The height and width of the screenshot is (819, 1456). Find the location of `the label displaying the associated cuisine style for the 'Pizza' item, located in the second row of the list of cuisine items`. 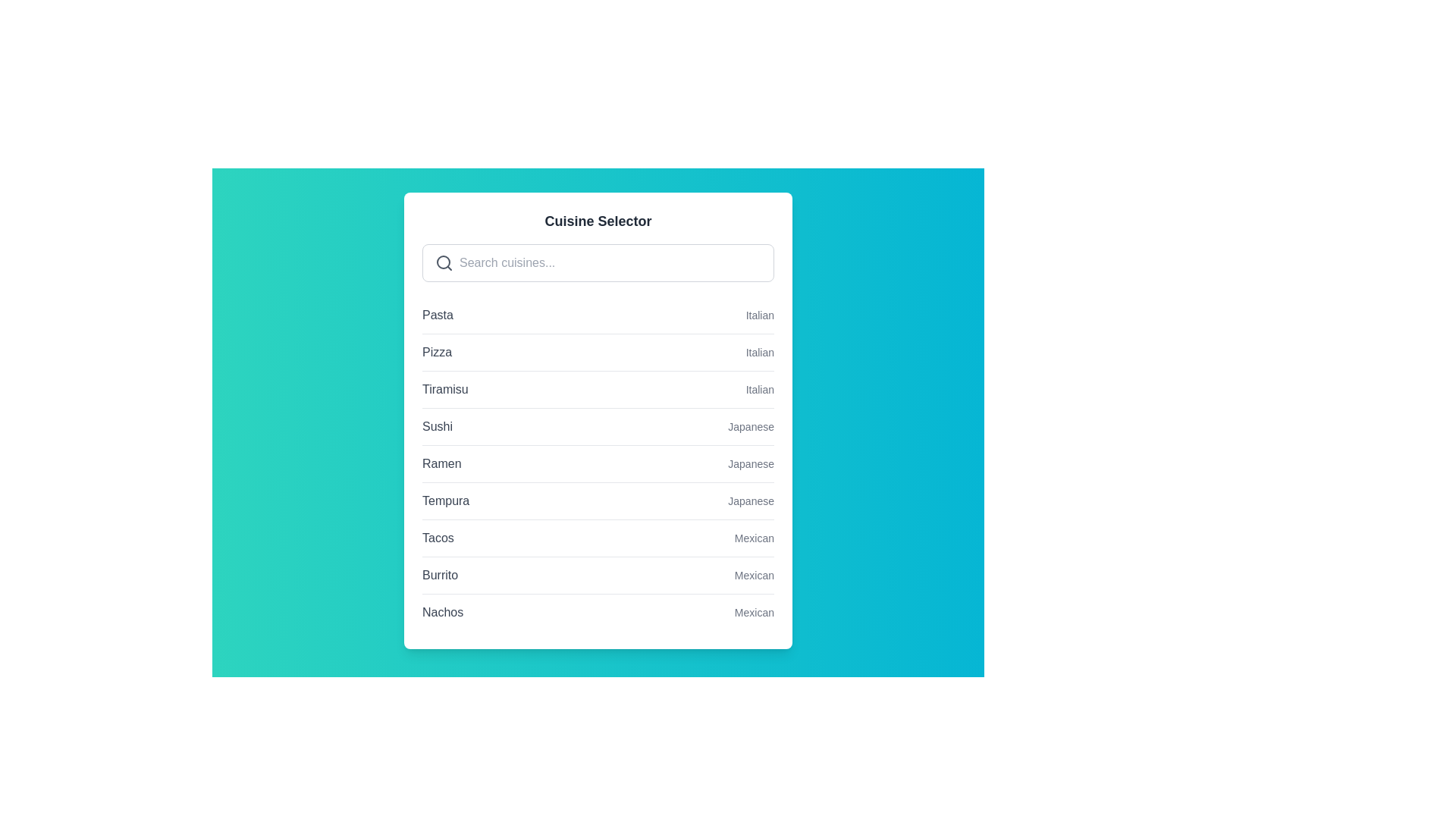

the label displaying the associated cuisine style for the 'Pizza' item, located in the second row of the list of cuisine items is located at coordinates (760, 353).